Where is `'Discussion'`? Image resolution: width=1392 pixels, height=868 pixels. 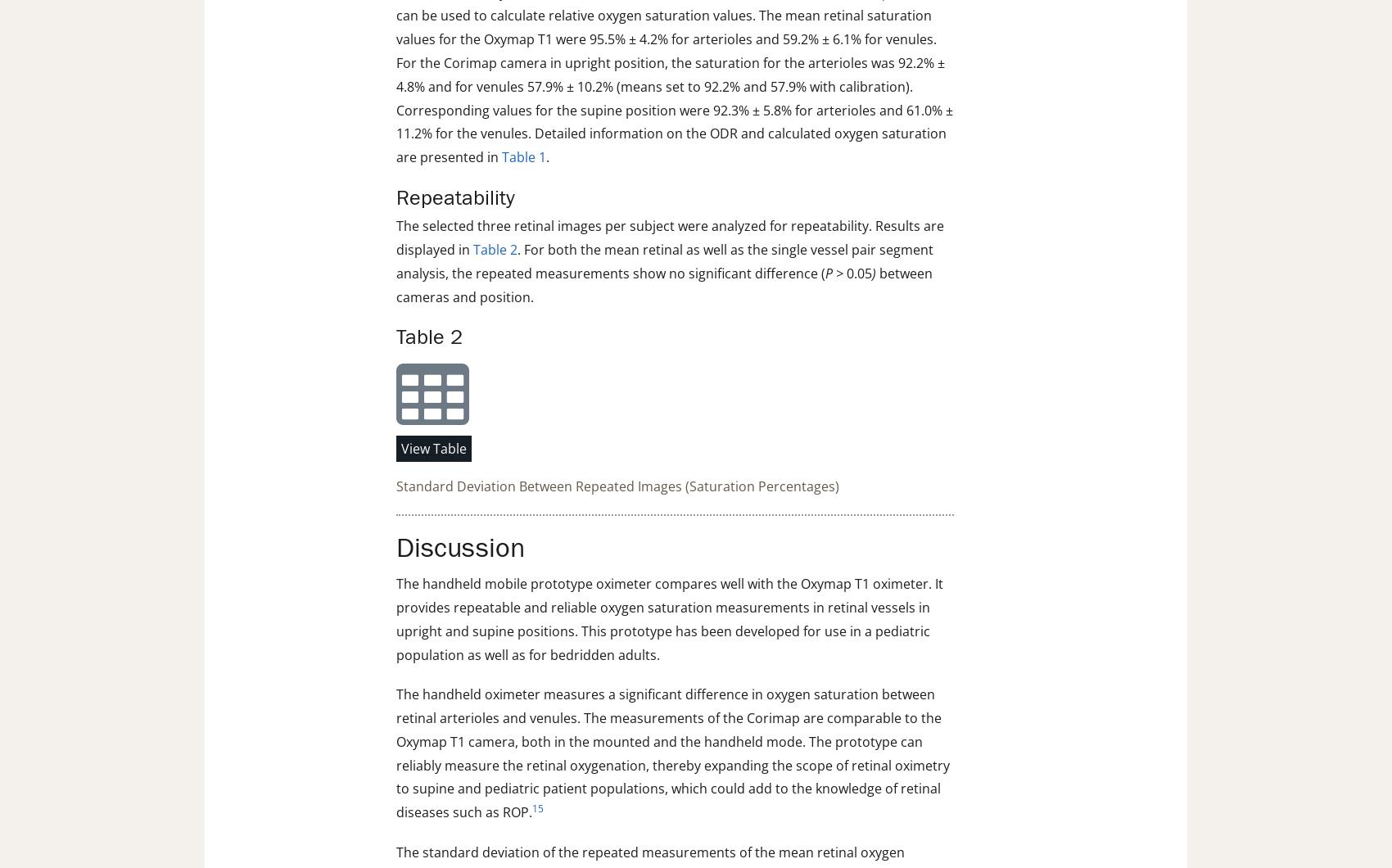 'Discussion' is located at coordinates (459, 547).